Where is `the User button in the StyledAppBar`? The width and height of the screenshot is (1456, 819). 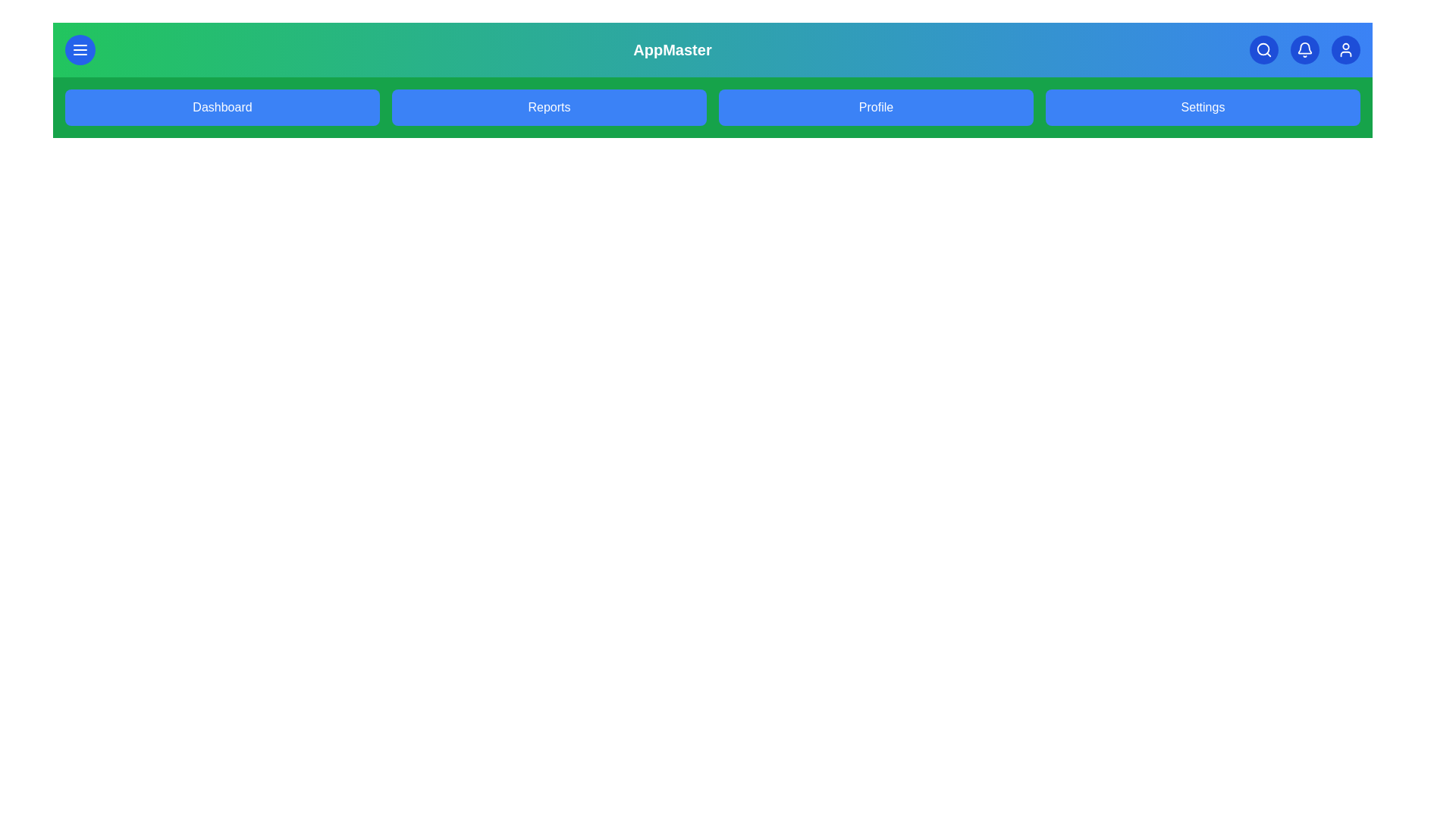
the User button in the StyledAppBar is located at coordinates (1346, 49).